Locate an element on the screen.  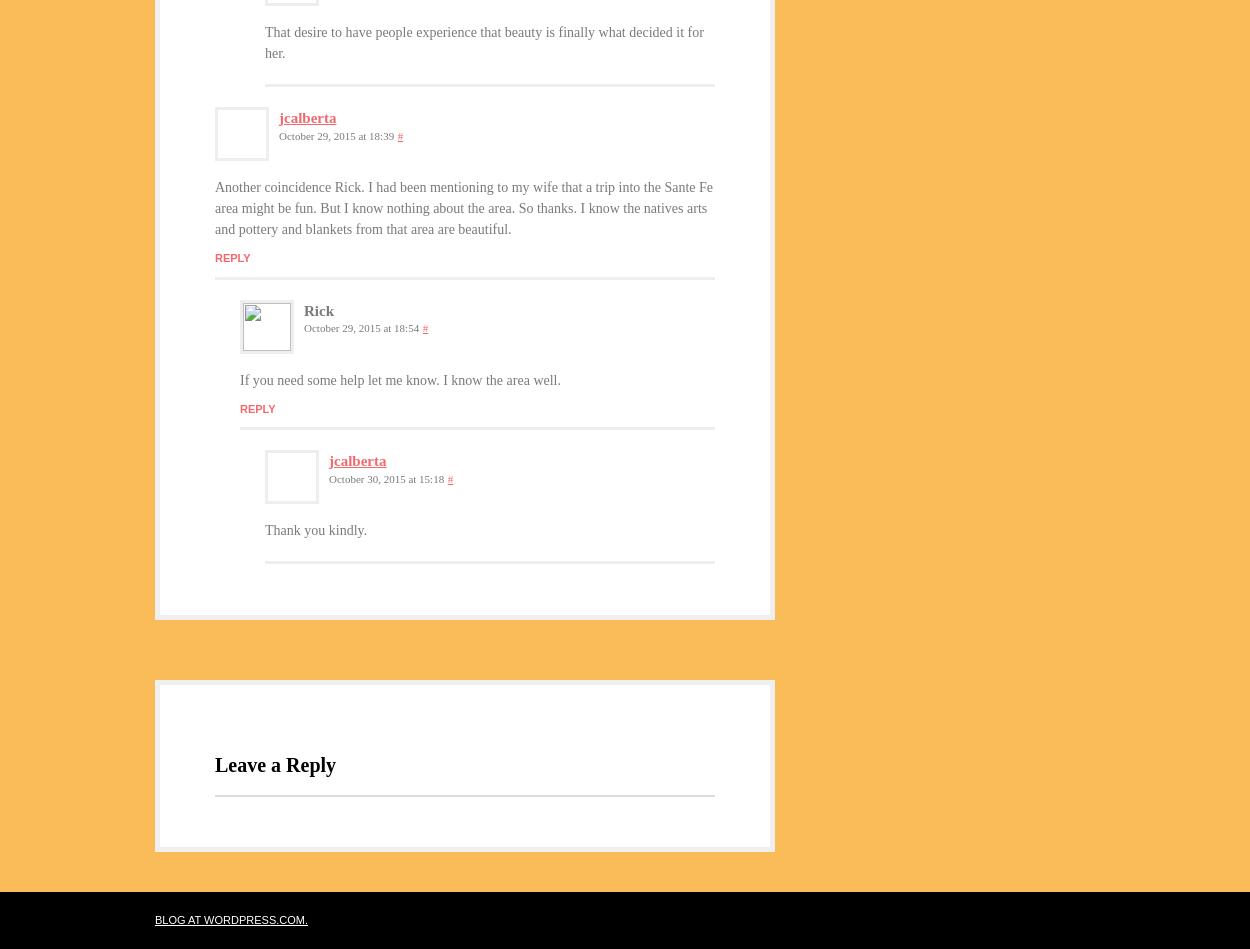
'Rick' is located at coordinates (304, 309).